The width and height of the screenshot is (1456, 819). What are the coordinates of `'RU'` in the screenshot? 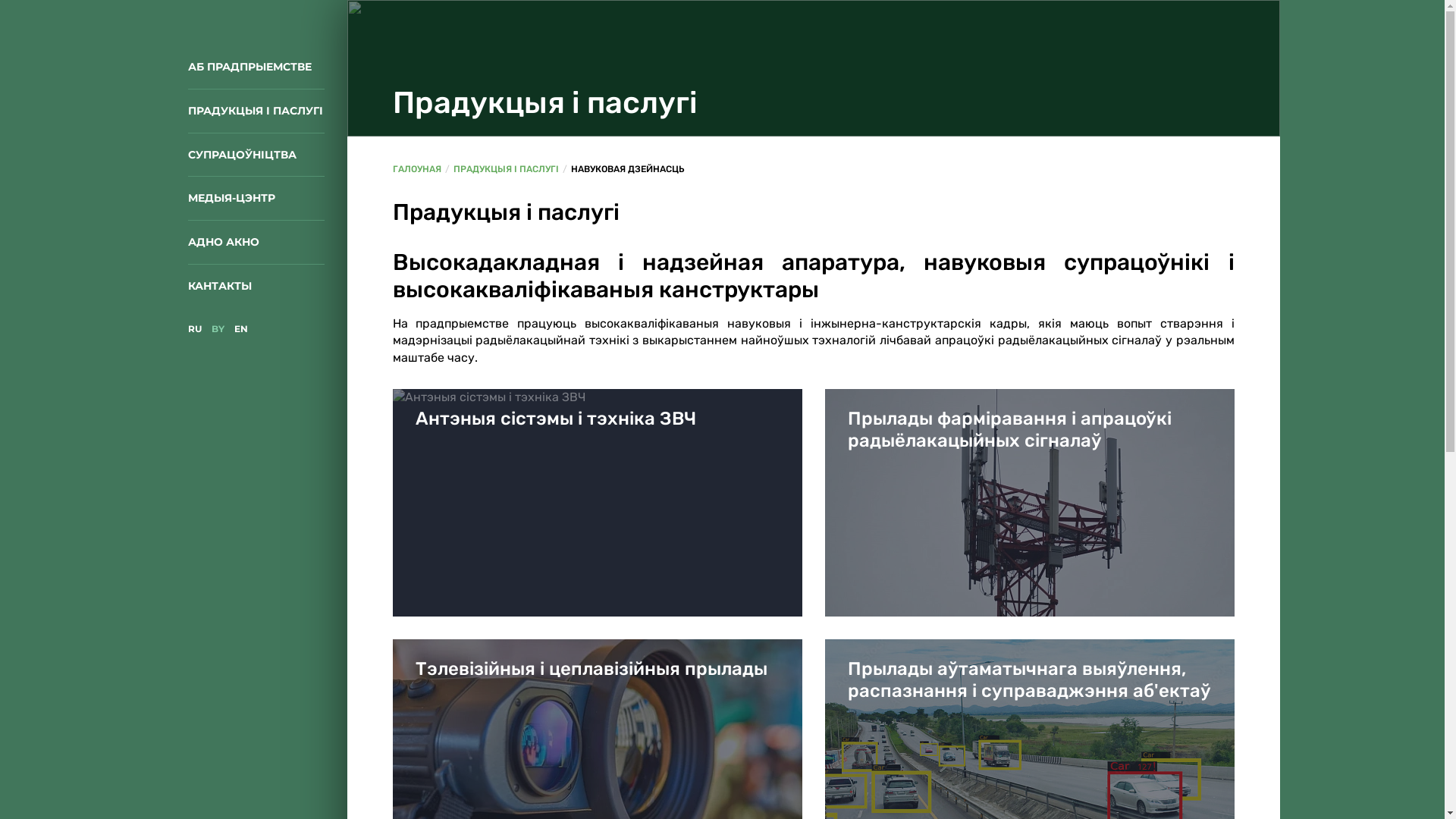 It's located at (187, 328).